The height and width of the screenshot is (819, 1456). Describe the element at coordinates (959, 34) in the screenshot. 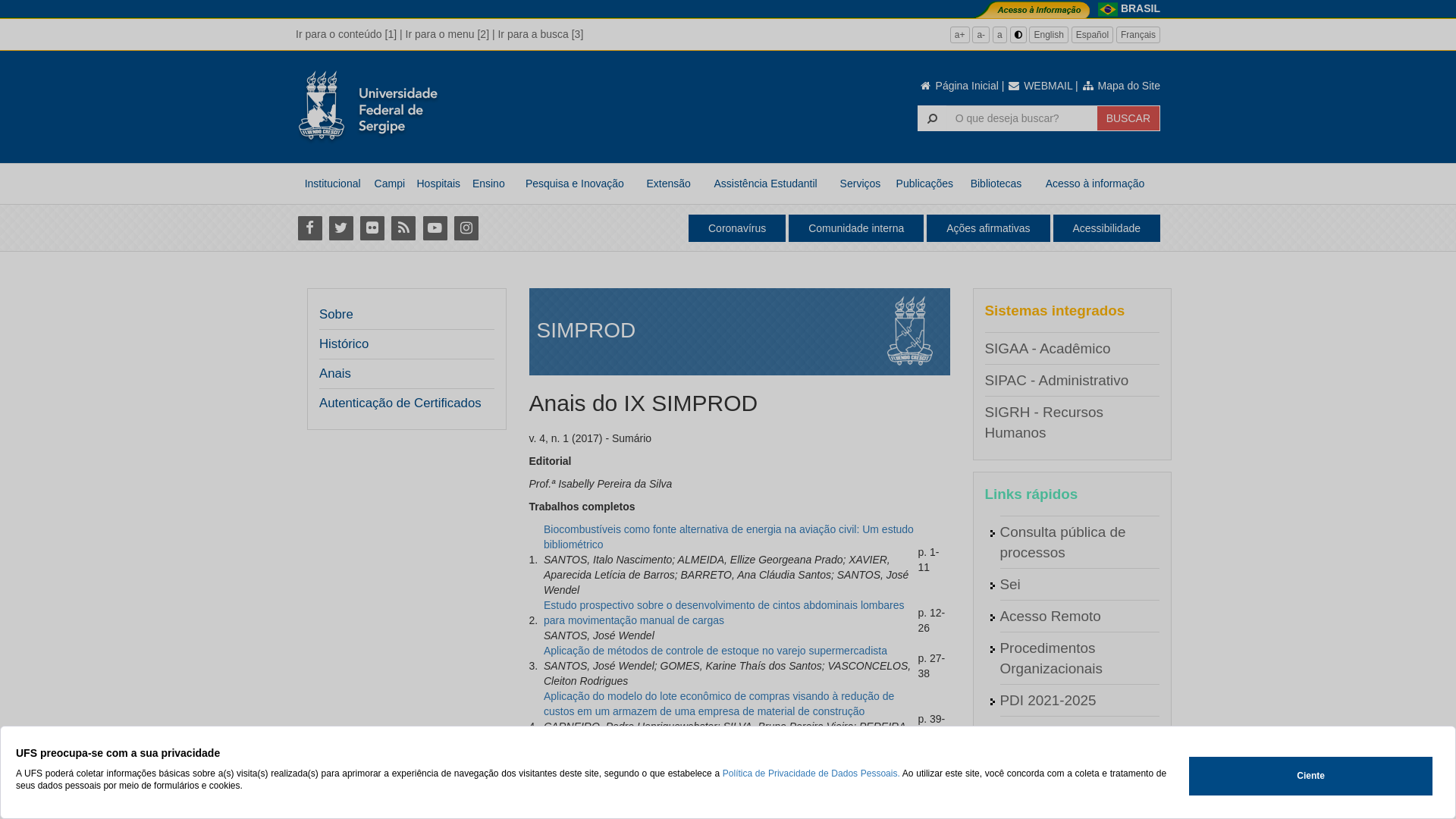

I see `'a+'` at that location.